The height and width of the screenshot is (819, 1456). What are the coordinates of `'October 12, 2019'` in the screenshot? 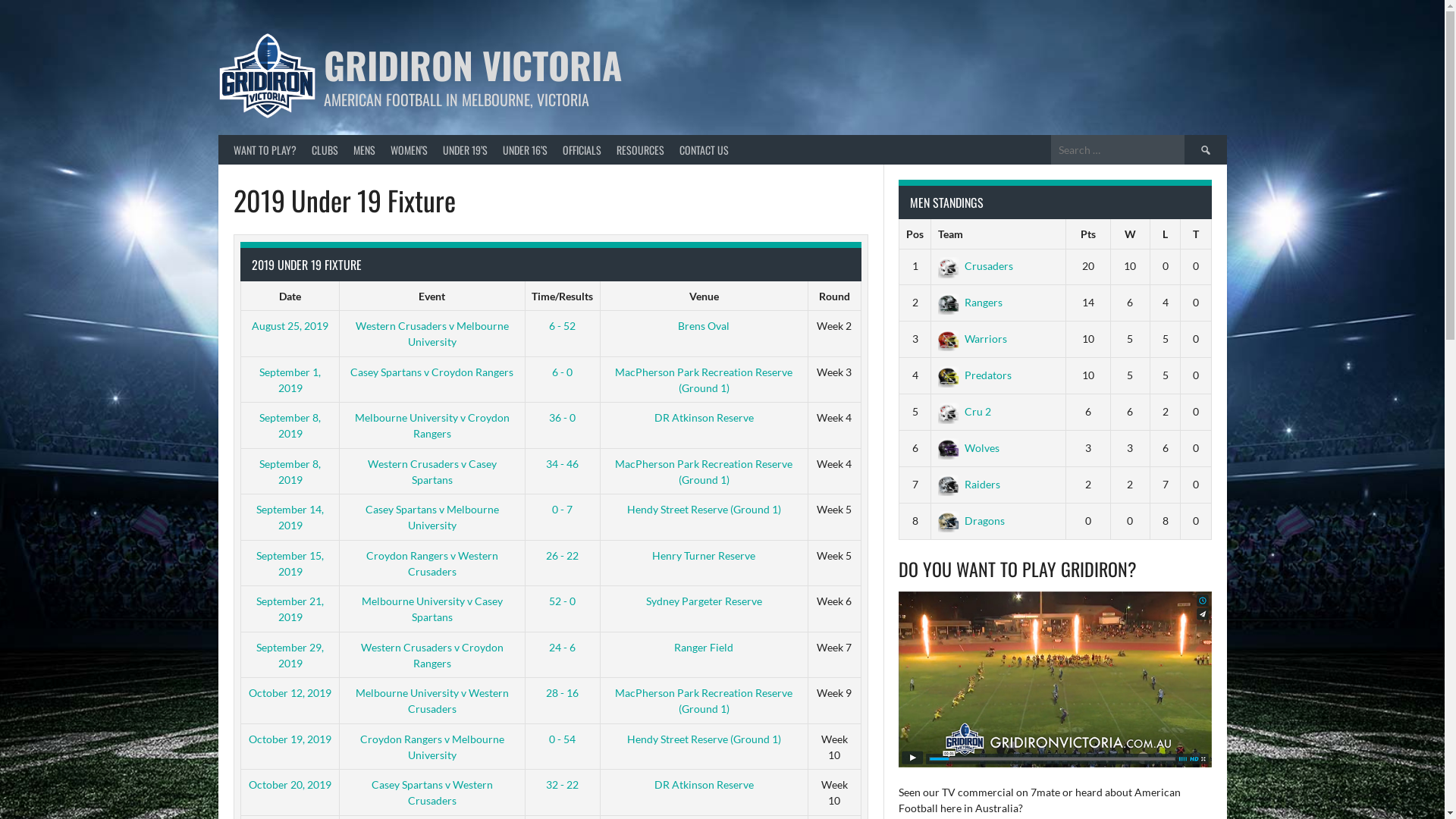 It's located at (290, 692).